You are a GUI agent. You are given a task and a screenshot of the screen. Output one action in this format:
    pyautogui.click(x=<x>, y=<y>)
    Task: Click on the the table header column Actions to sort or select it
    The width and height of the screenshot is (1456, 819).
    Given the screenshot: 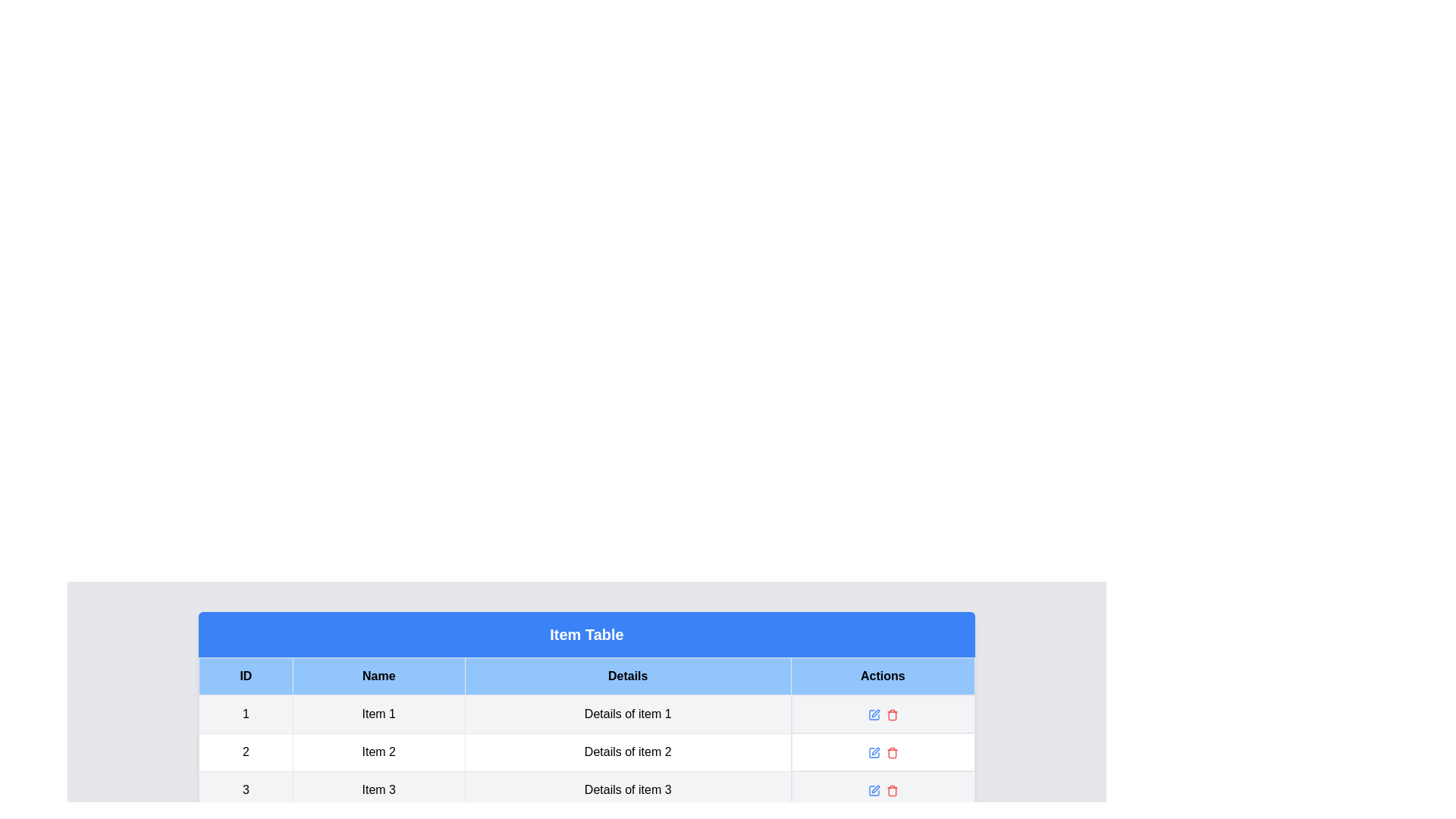 What is the action you would take?
    pyautogui.click(x=883, y=675)
    